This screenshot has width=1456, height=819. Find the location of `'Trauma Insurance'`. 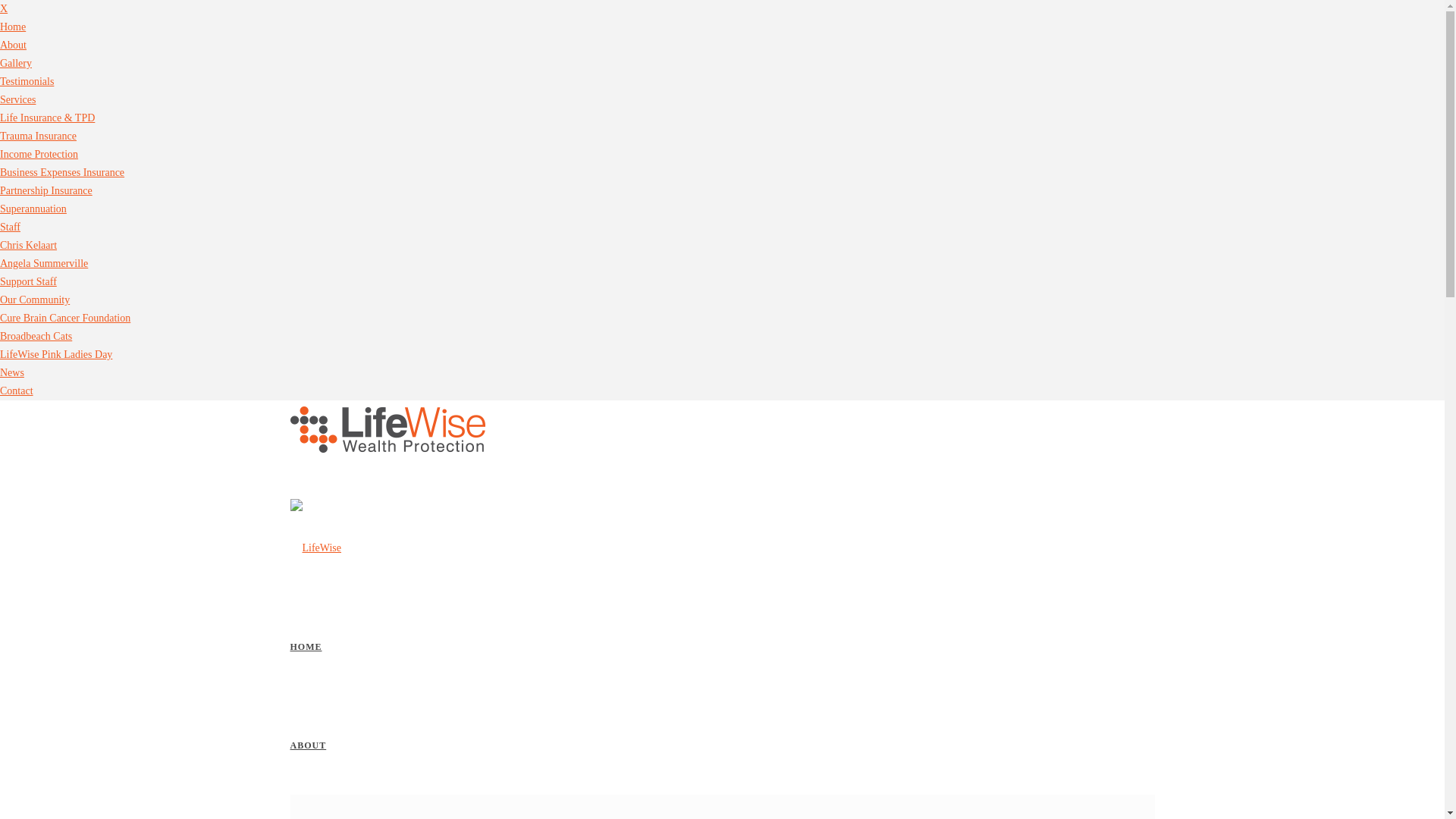

'Trauma Insurance' is located at coordinates (38, 135).